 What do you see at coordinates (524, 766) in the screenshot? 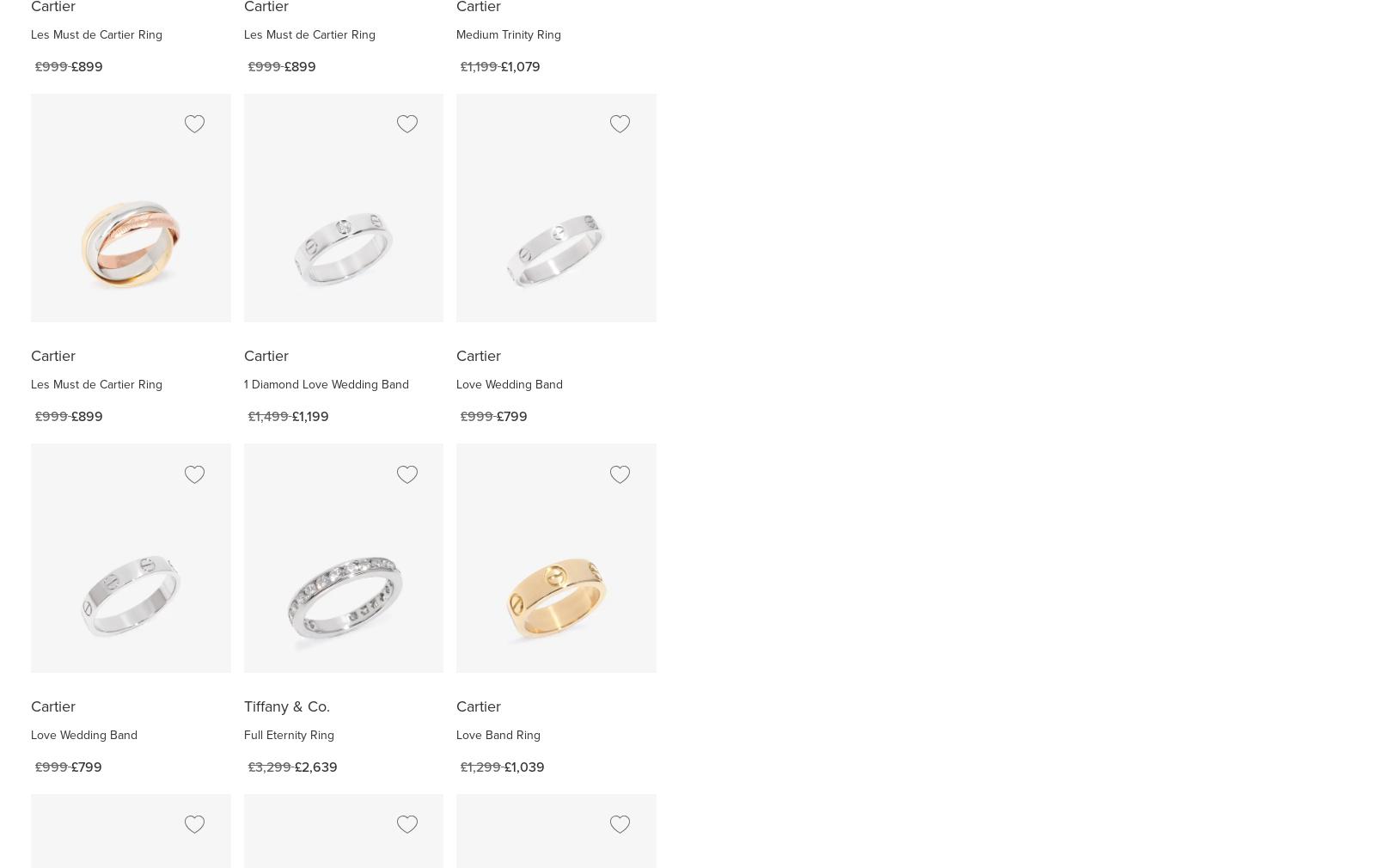
I see `'£1,039'` at bounding box center [524, 766].